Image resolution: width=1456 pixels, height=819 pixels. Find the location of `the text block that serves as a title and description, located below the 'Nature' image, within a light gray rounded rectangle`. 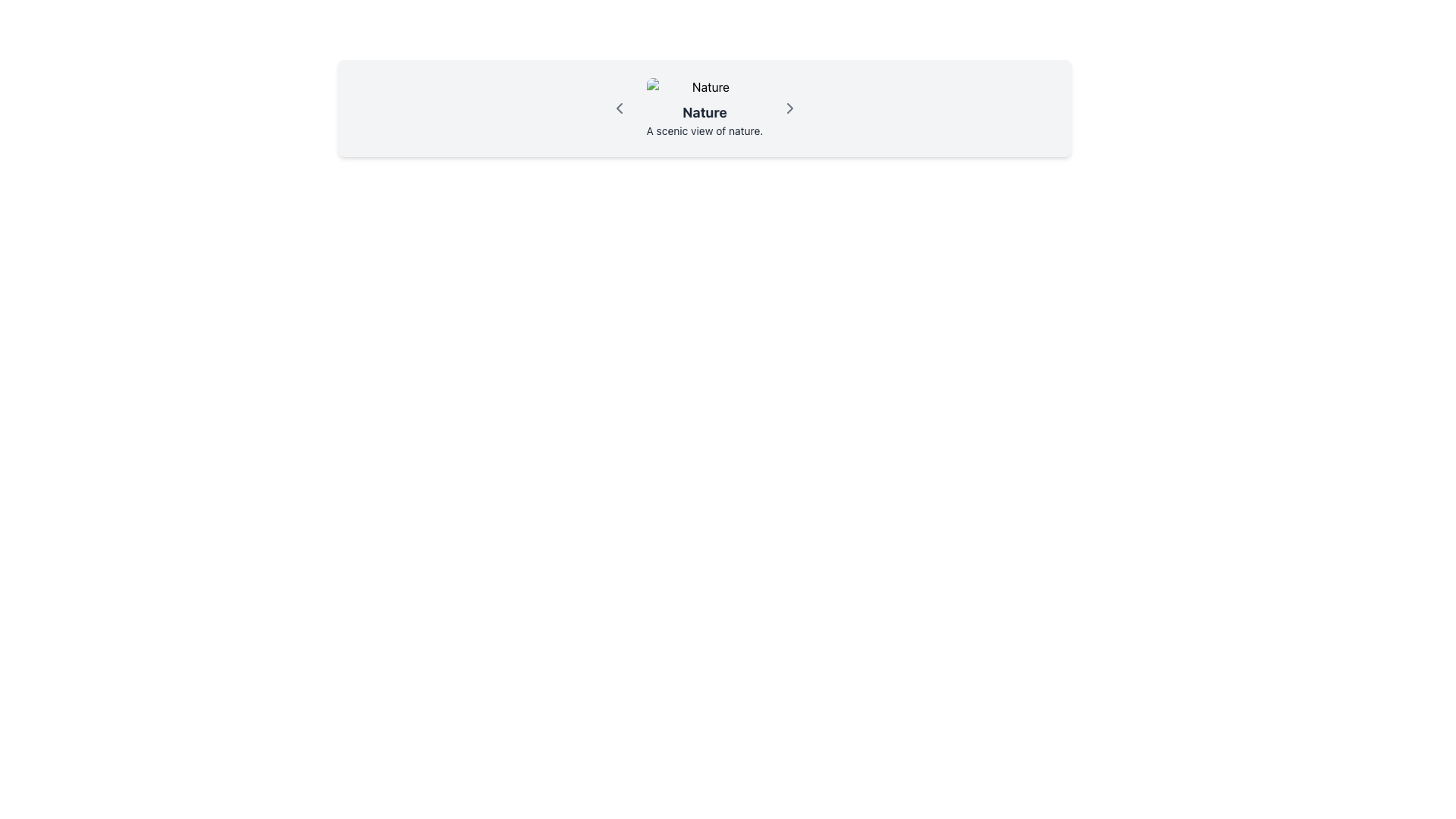

the text block that serves as a title and description, located below the 'Nature' image, within a light gray rounded rectangle is located at coordinates (704, 107).